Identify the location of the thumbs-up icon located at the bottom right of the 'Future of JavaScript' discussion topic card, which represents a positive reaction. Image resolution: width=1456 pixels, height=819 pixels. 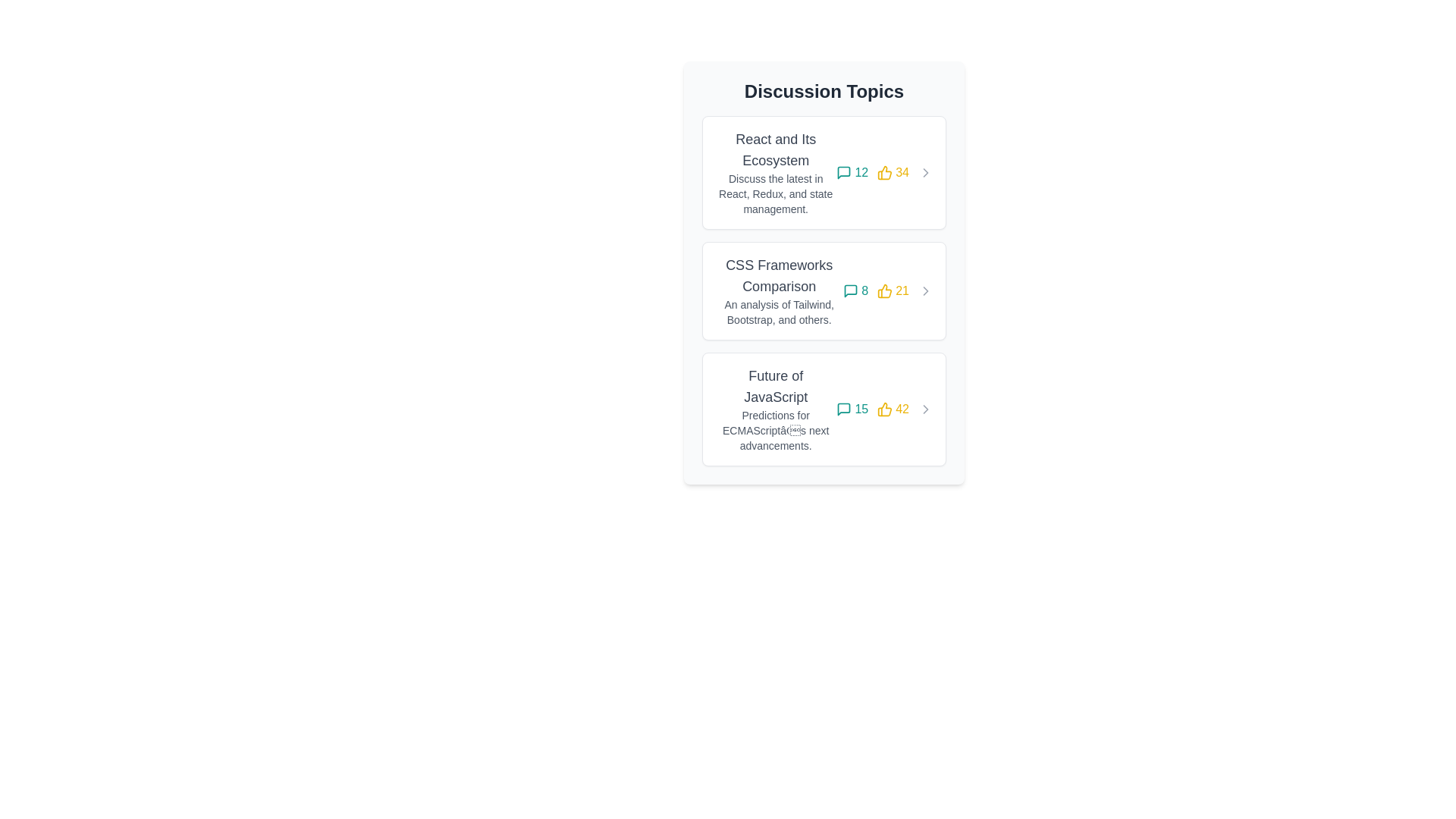
(885, 409).